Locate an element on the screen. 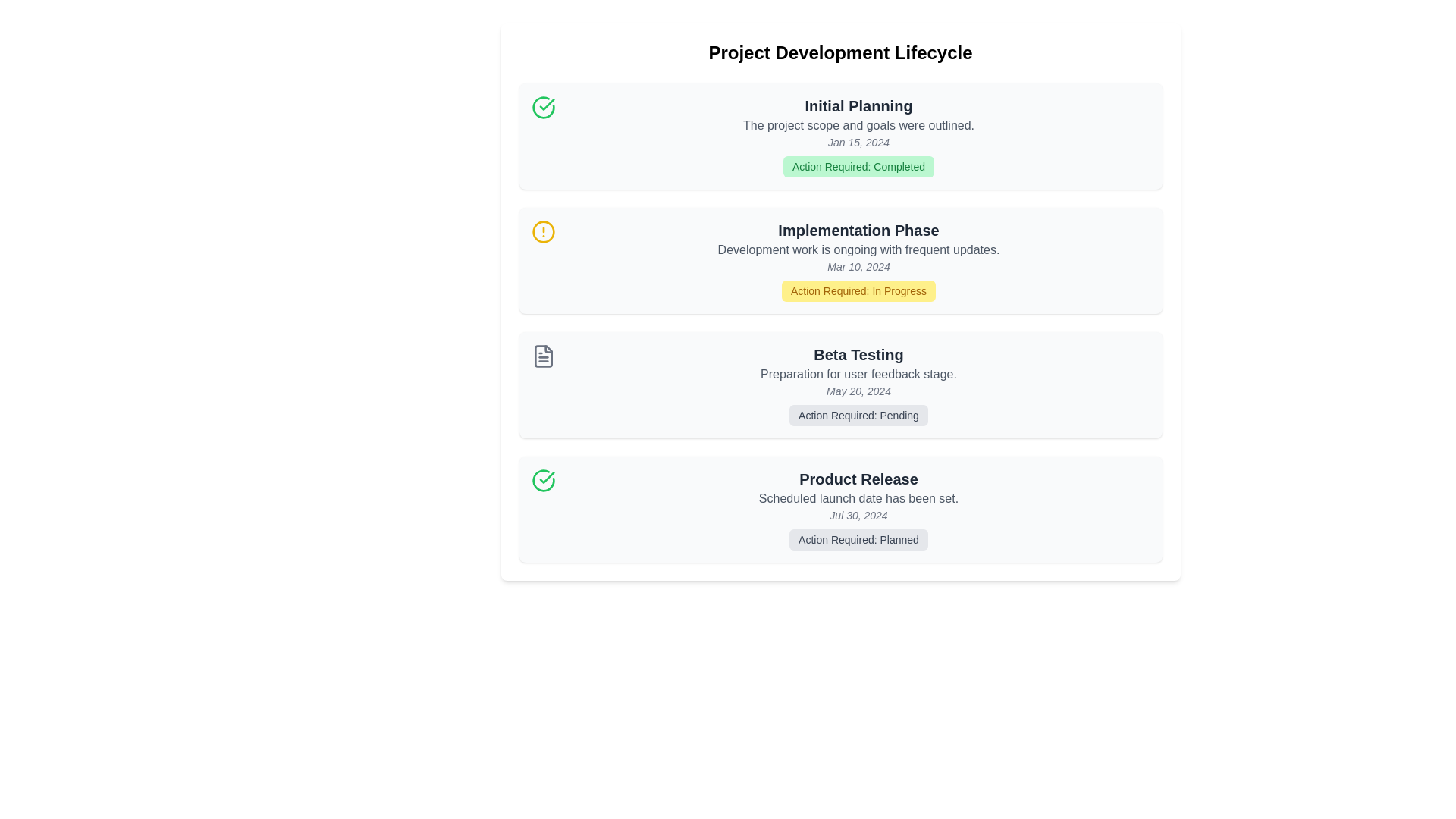  the visual alert icon located at the left edge of the 'Implementation Phase' section in the project lifecycle interface is located at coordinates (543, 231).